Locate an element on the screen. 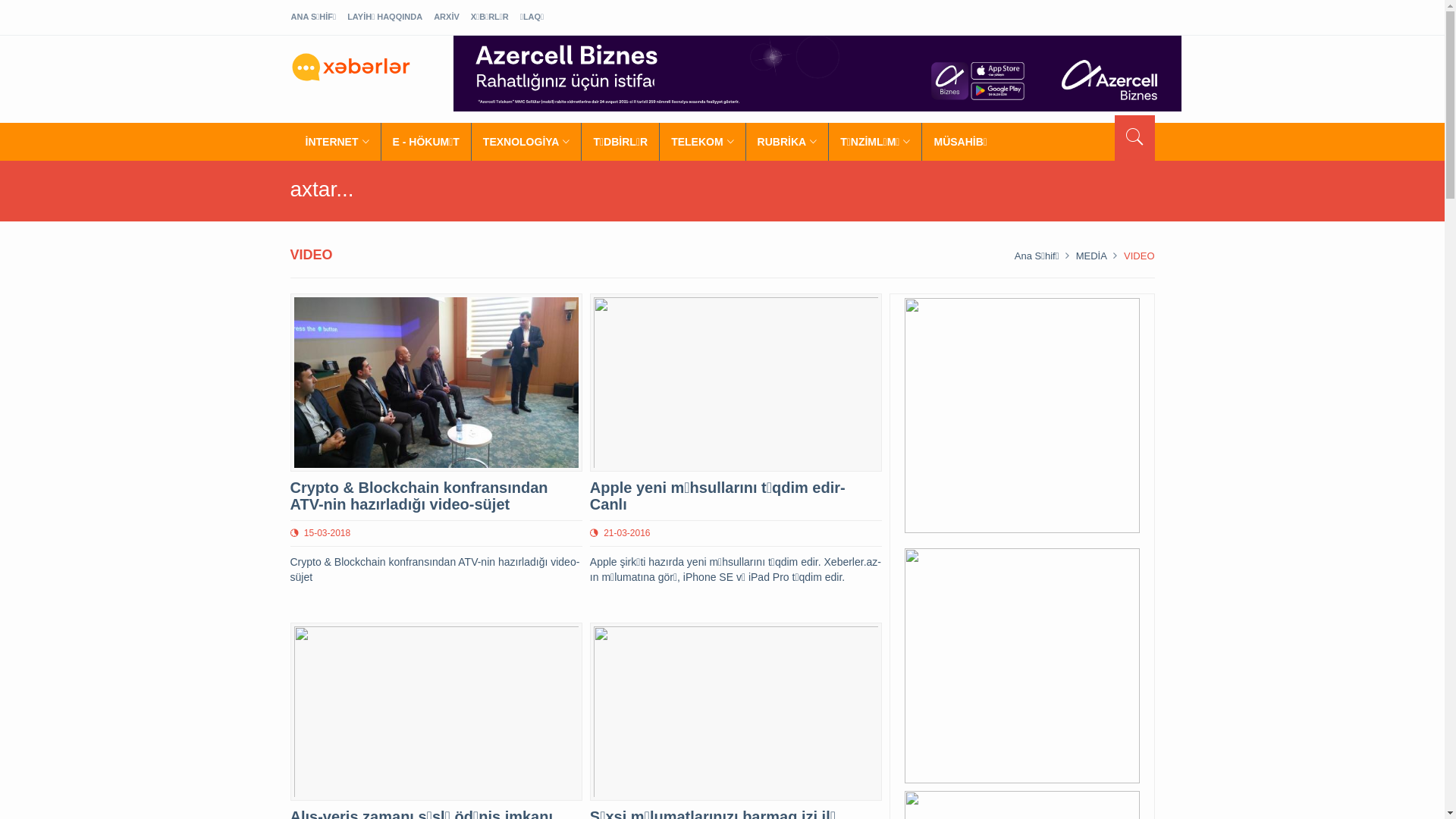  'TELEKOM' is located at coordinates (701, 141).